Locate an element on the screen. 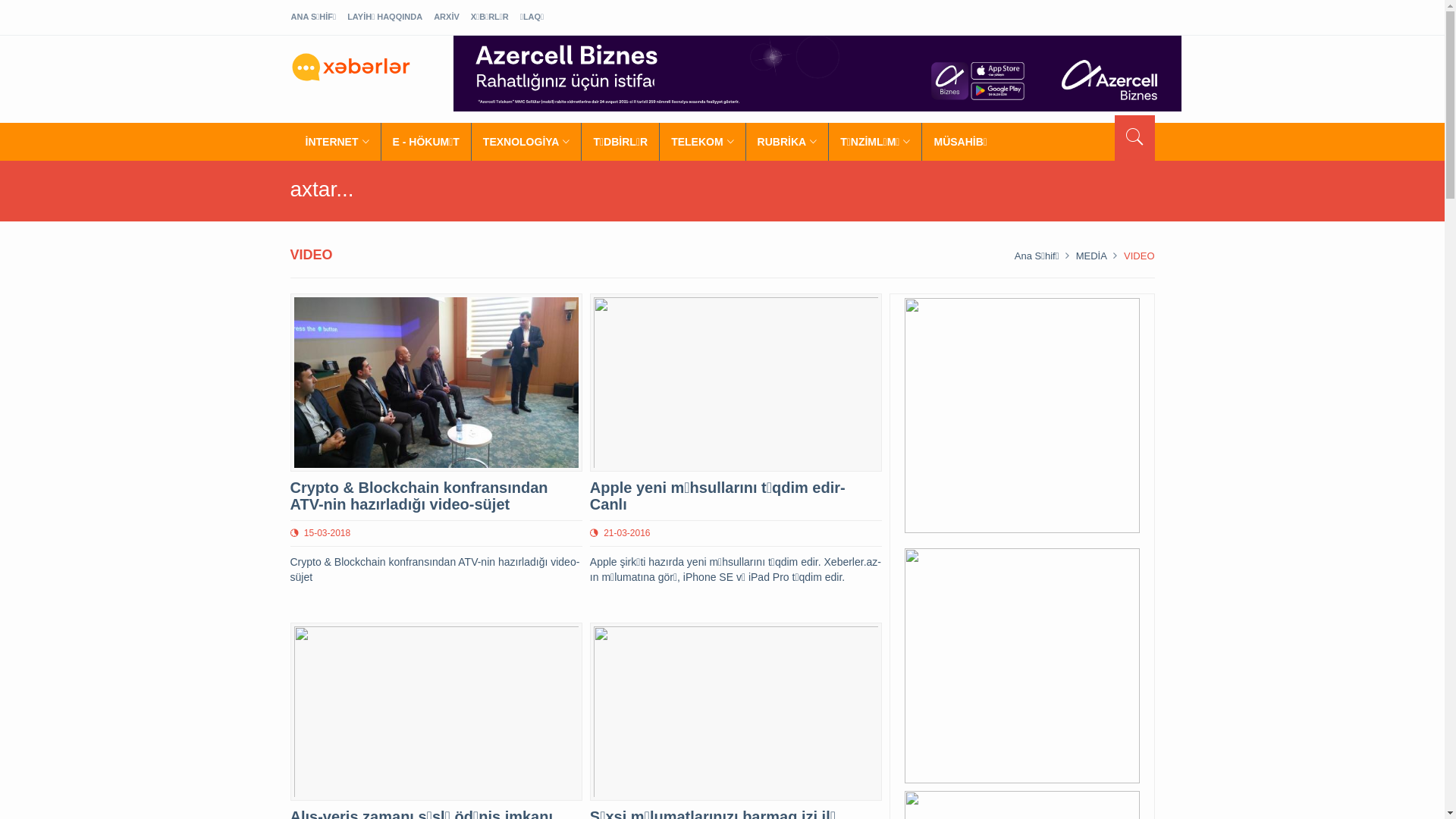  'TELEKOM' is located at coordinates (701, 141).